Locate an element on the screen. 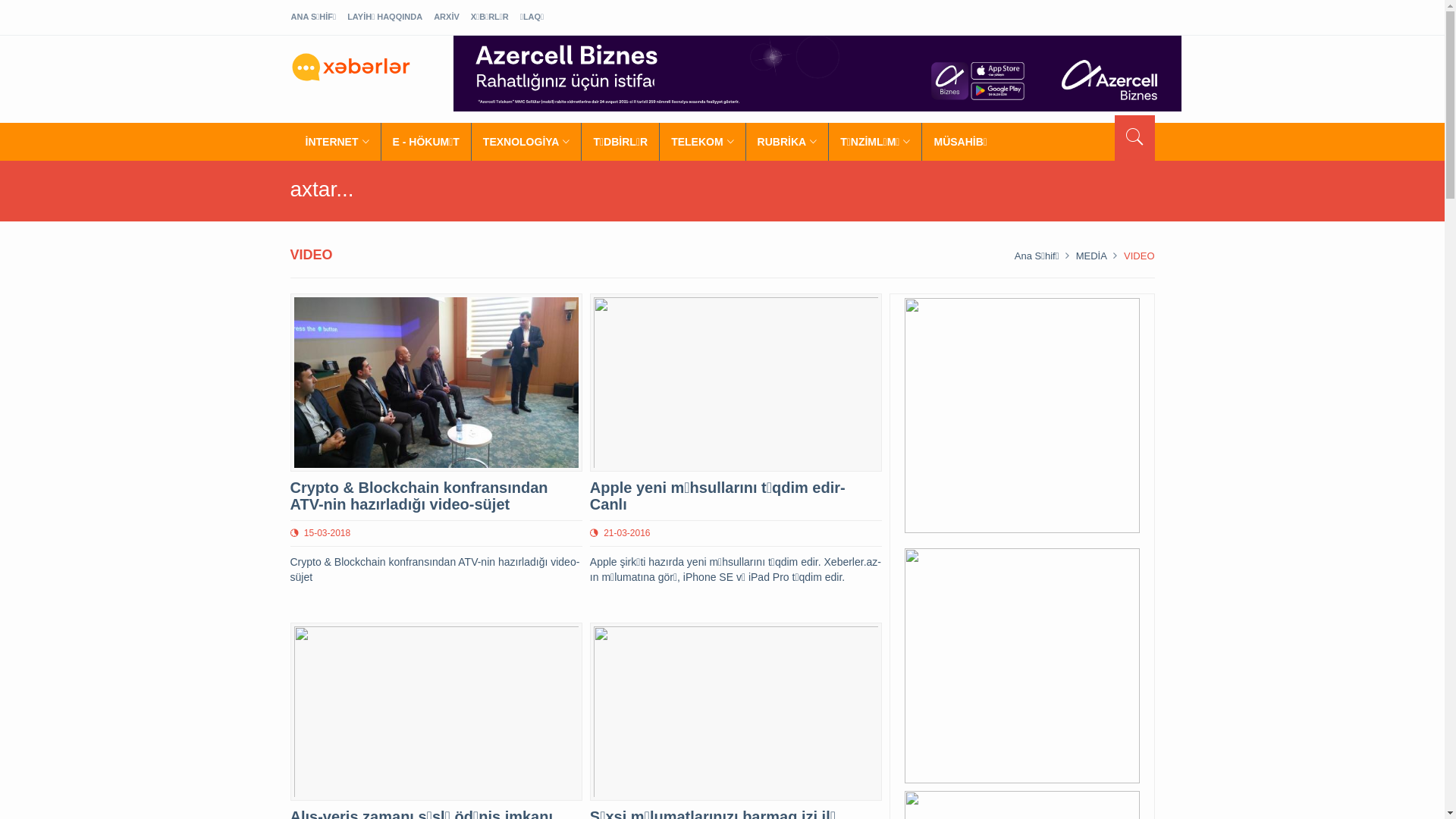  'TELEKOM' is located at coordinates (701, 141).